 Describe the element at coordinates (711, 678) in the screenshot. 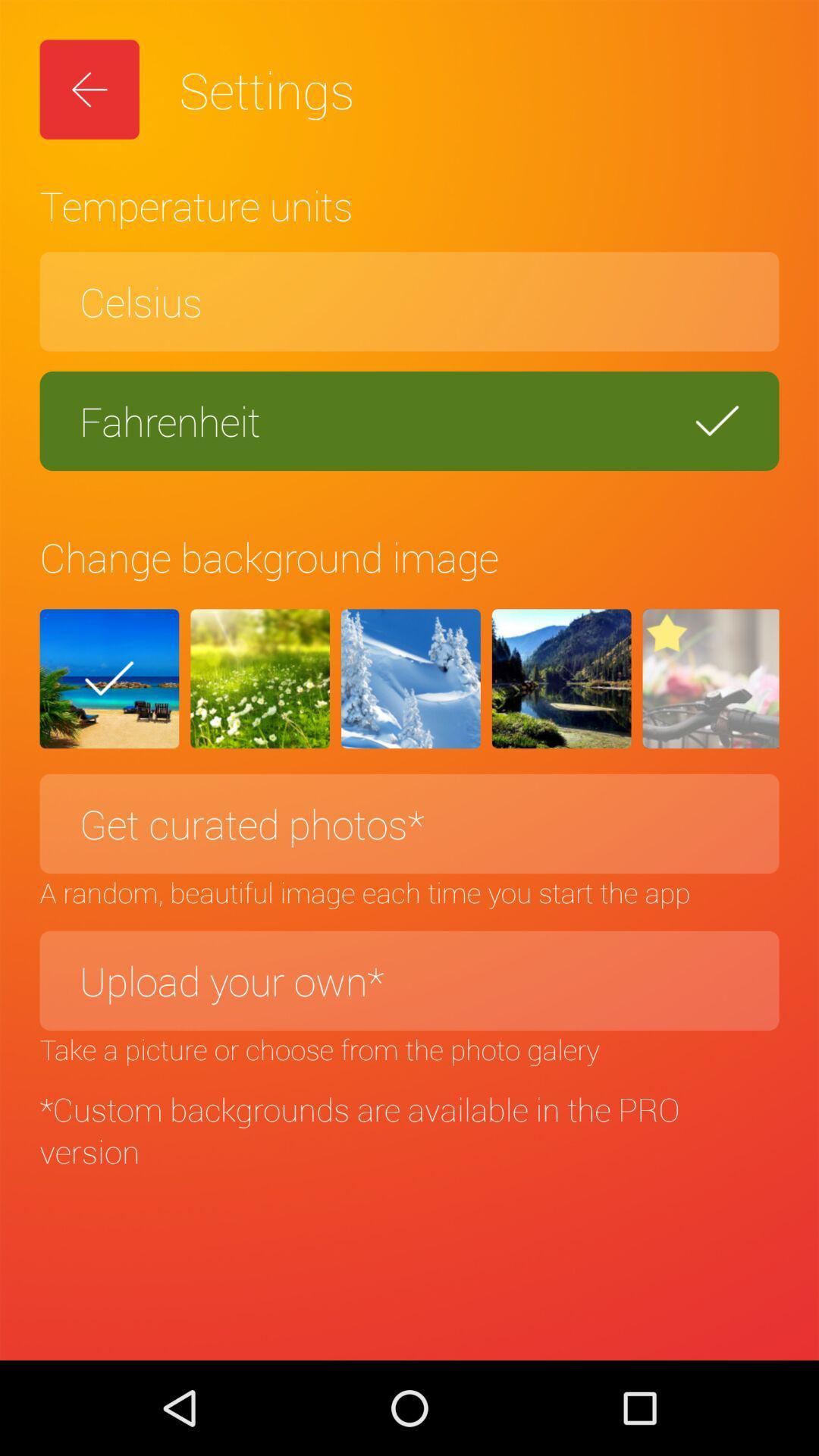

I see `the icon below change background image` at that location.